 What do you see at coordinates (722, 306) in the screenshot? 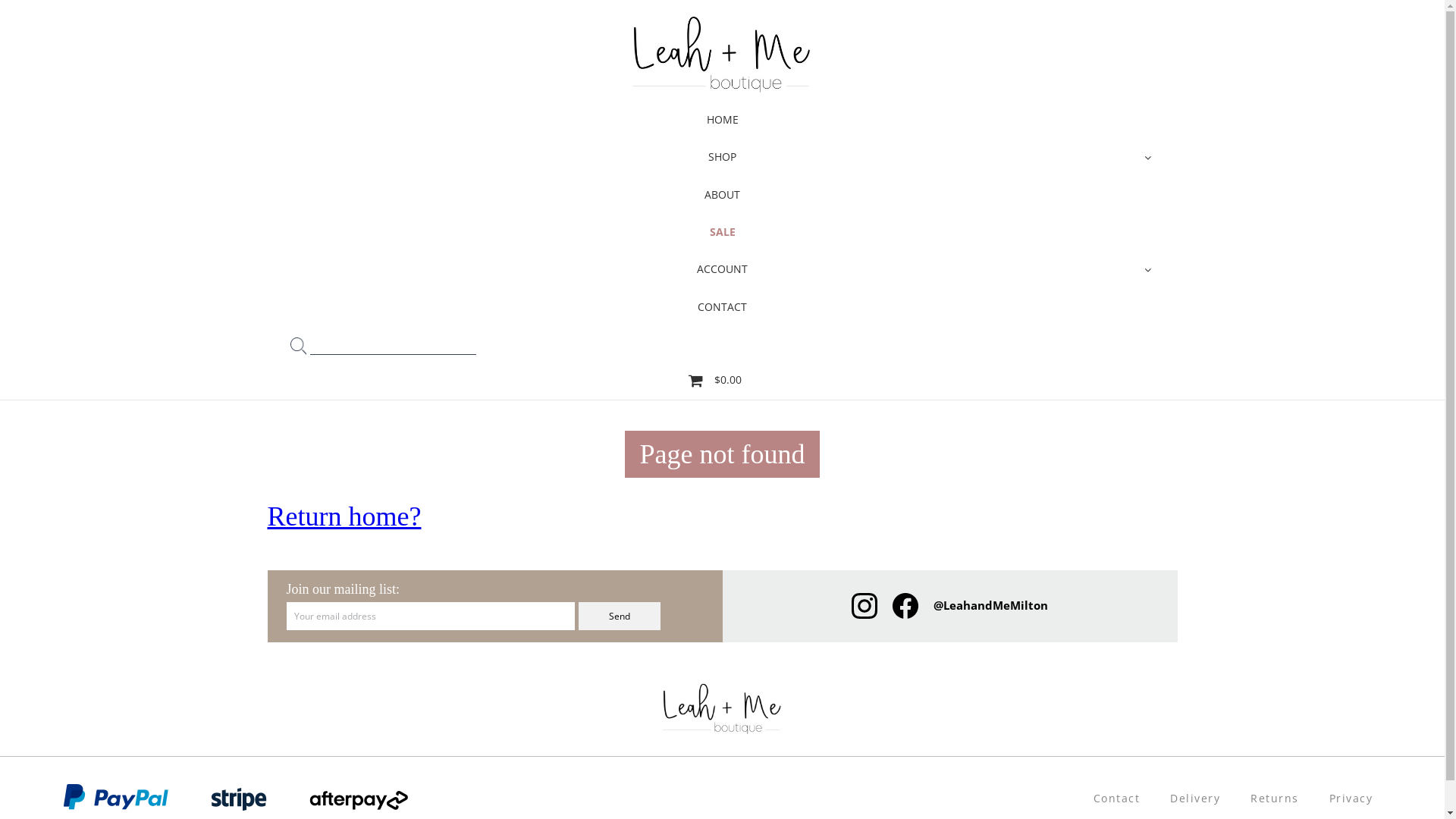
I see `'CONTACT'` at bounding box center [722, 306].